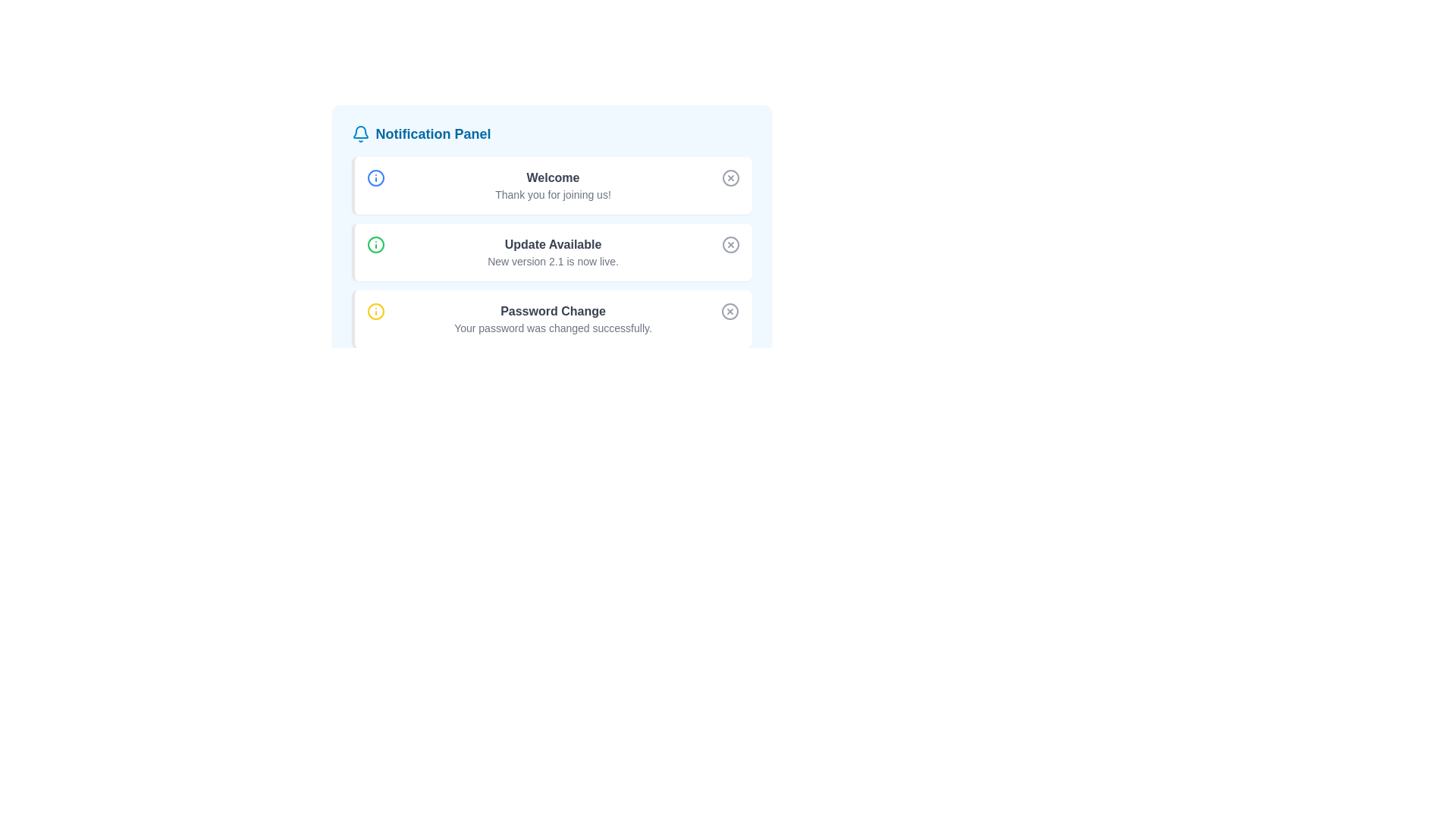 The height and width of the screenshot is (819, 1456). Describe the element at coordinates (375, 177) in the screenshot. I see `the information icon, which is a blue circular outline with a vertical stroke and a dot, located in the top-left corner of the 'Welcome' notification card` at that location.